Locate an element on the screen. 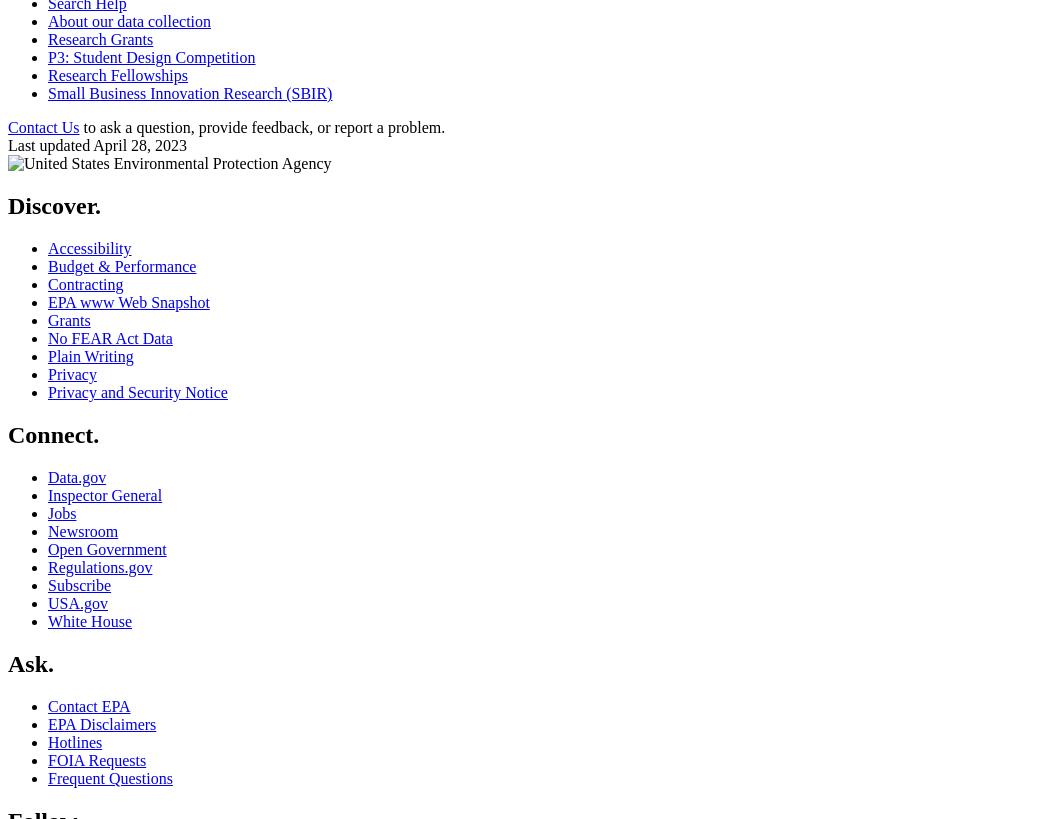 The height and width of the screenshot is (819, 1050). 'Last updated April 28, 2023' is located at coordinates (97, 144).